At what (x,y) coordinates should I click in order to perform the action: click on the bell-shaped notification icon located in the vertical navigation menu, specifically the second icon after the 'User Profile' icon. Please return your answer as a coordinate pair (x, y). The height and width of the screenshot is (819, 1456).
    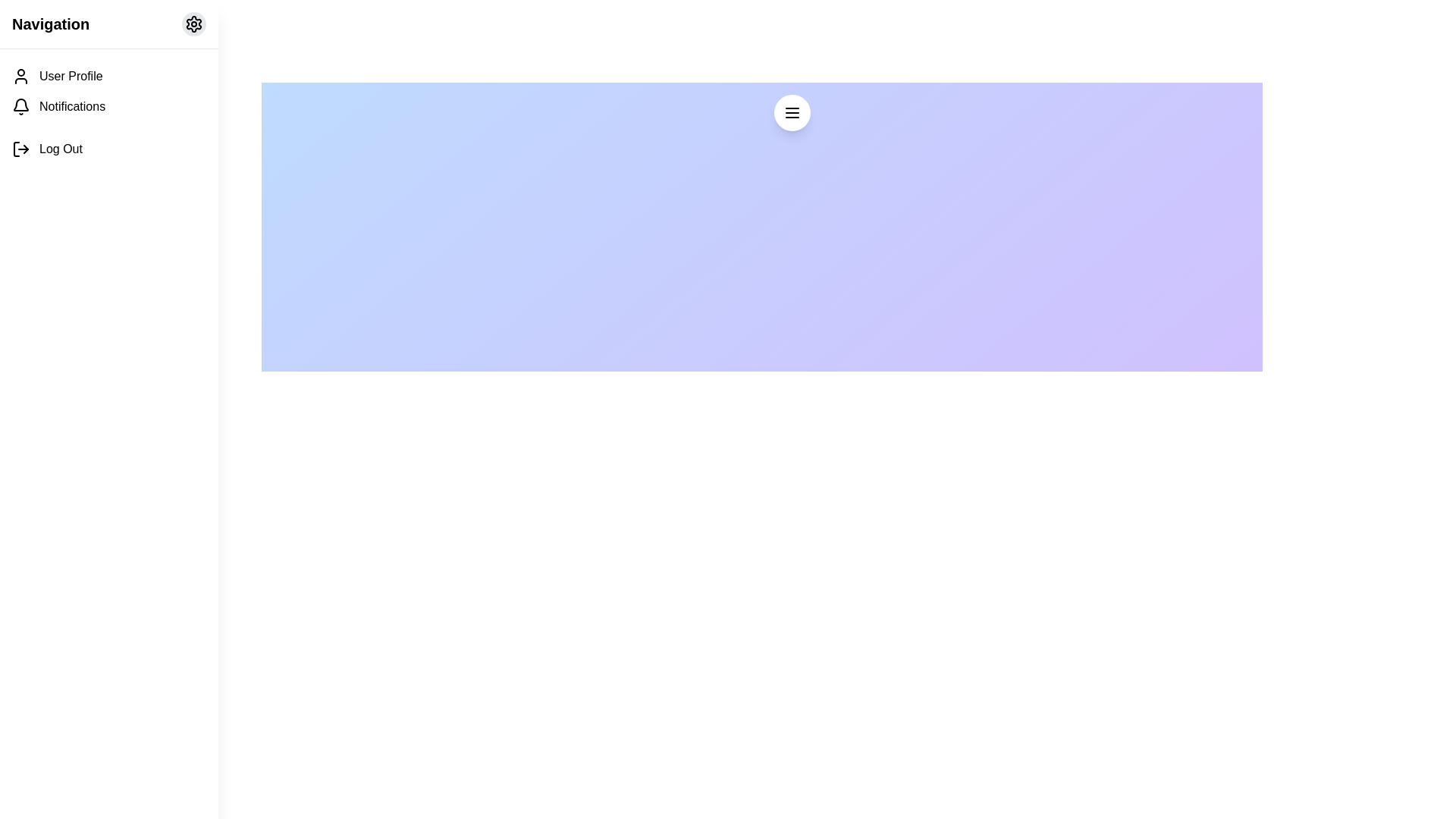
    Looking at the image, I should click on (21, 104).